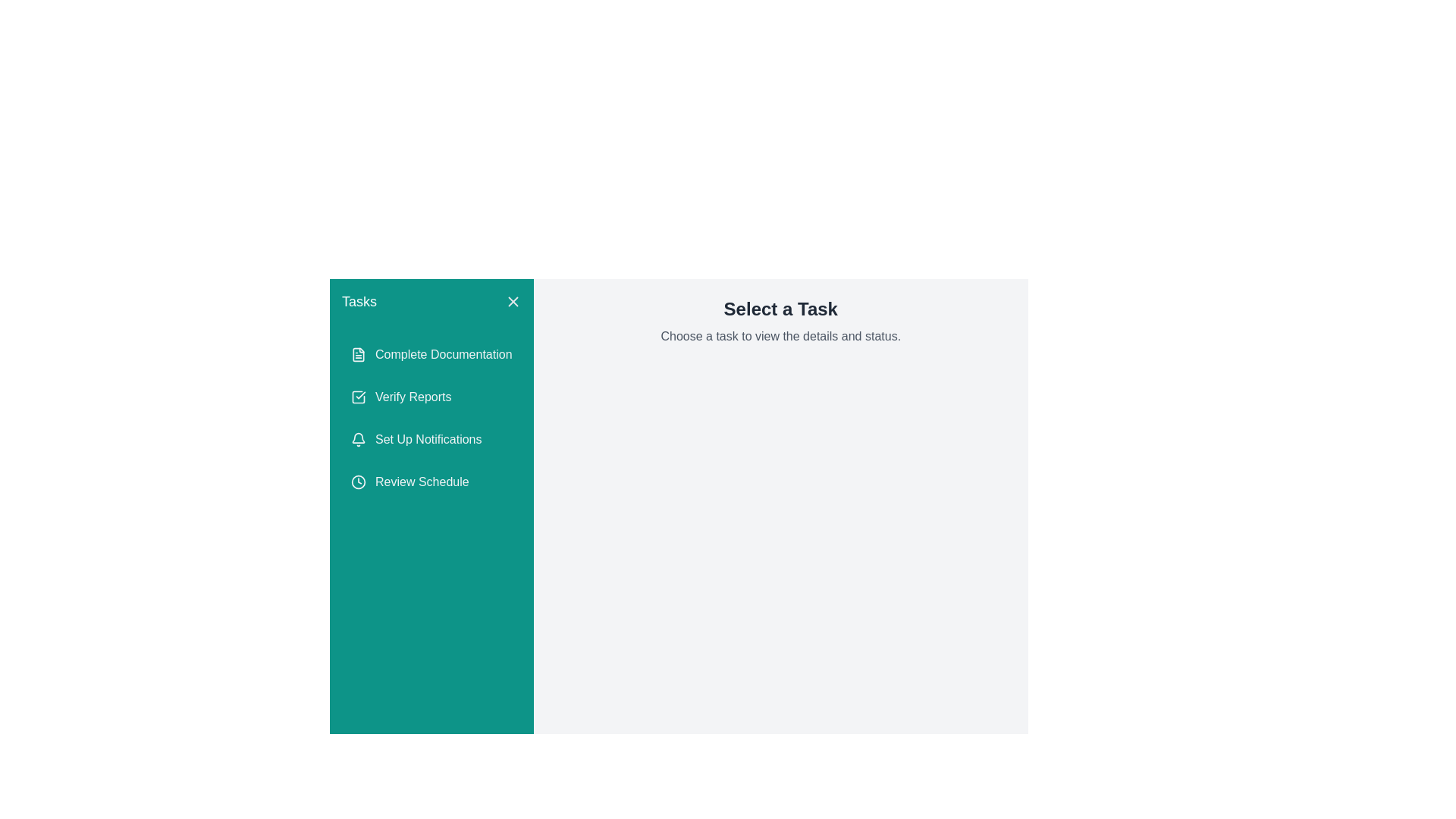 The image size is (1456, 819). Describe the element at coordinates (780, 309) in the screenshot. I see `the Static Text element that serves as the heading or title for the section, located near the top right of the content area, above a subtitle` at that location.